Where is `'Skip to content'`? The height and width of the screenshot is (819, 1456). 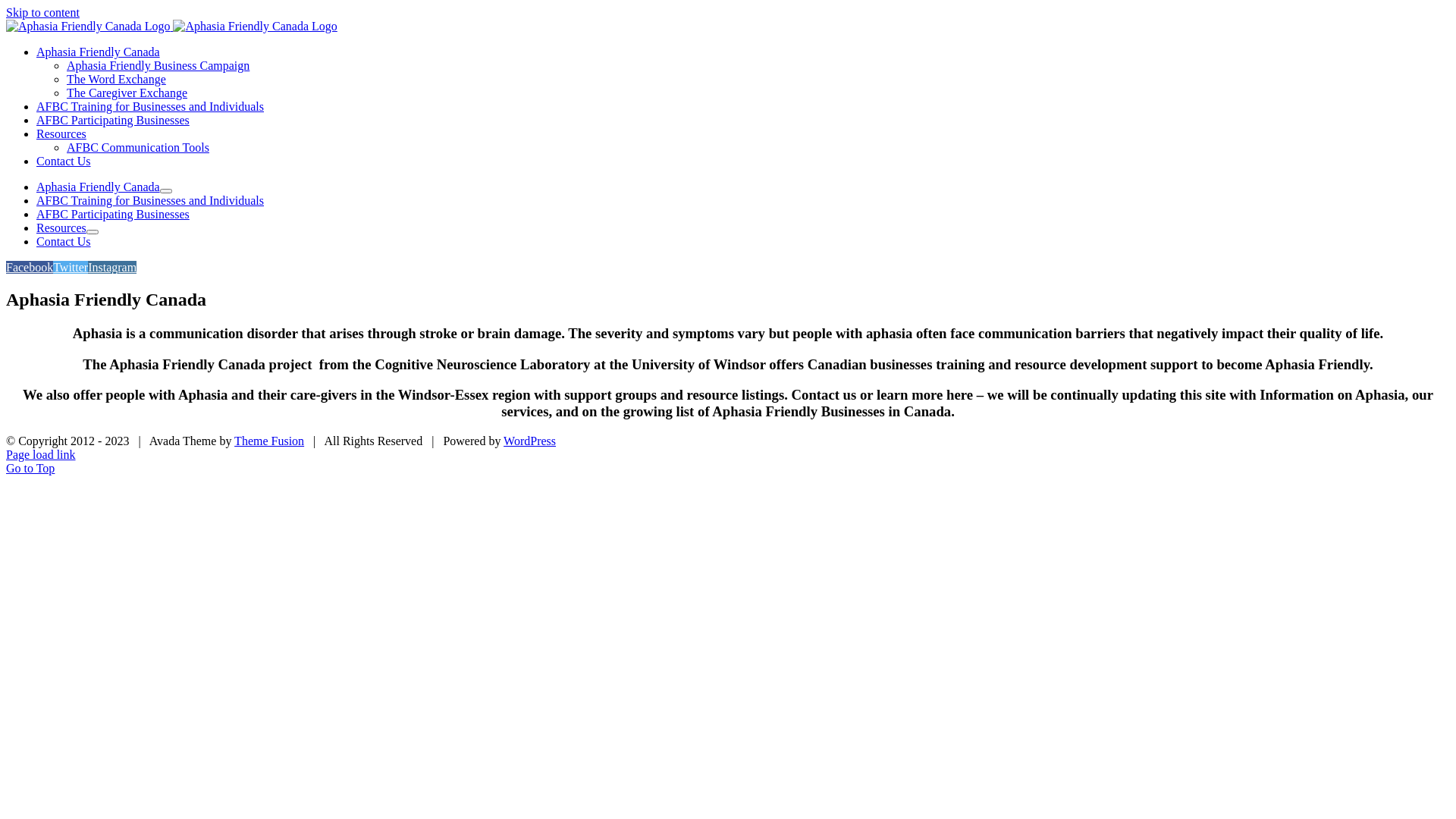
'Skip to content' is located at coordinates (42, 12).